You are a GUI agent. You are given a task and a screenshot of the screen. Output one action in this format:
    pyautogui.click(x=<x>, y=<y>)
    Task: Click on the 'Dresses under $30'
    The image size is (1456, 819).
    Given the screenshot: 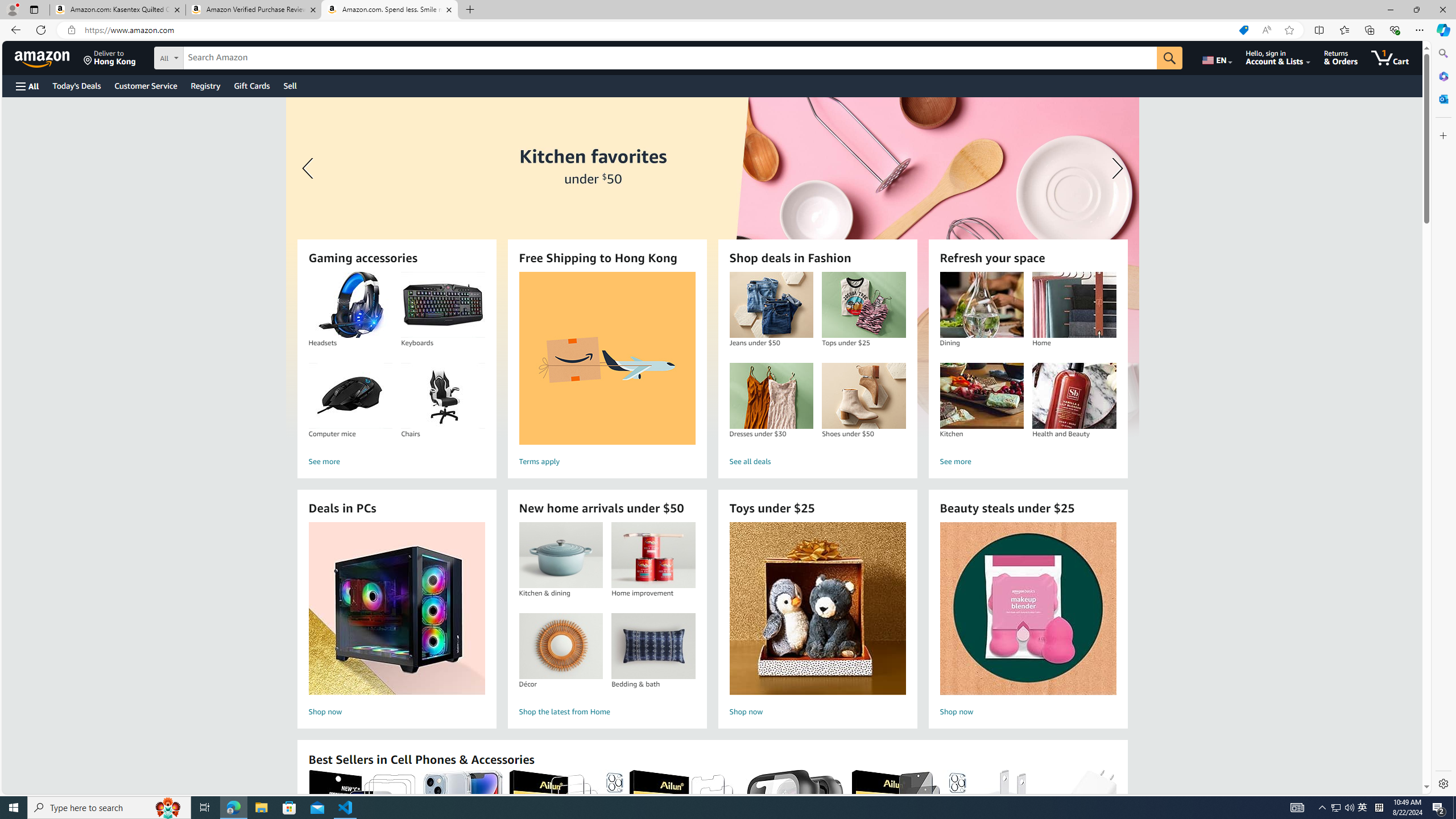 What is the action you would take?
    pyautogui.click(x=770, y=396)
    